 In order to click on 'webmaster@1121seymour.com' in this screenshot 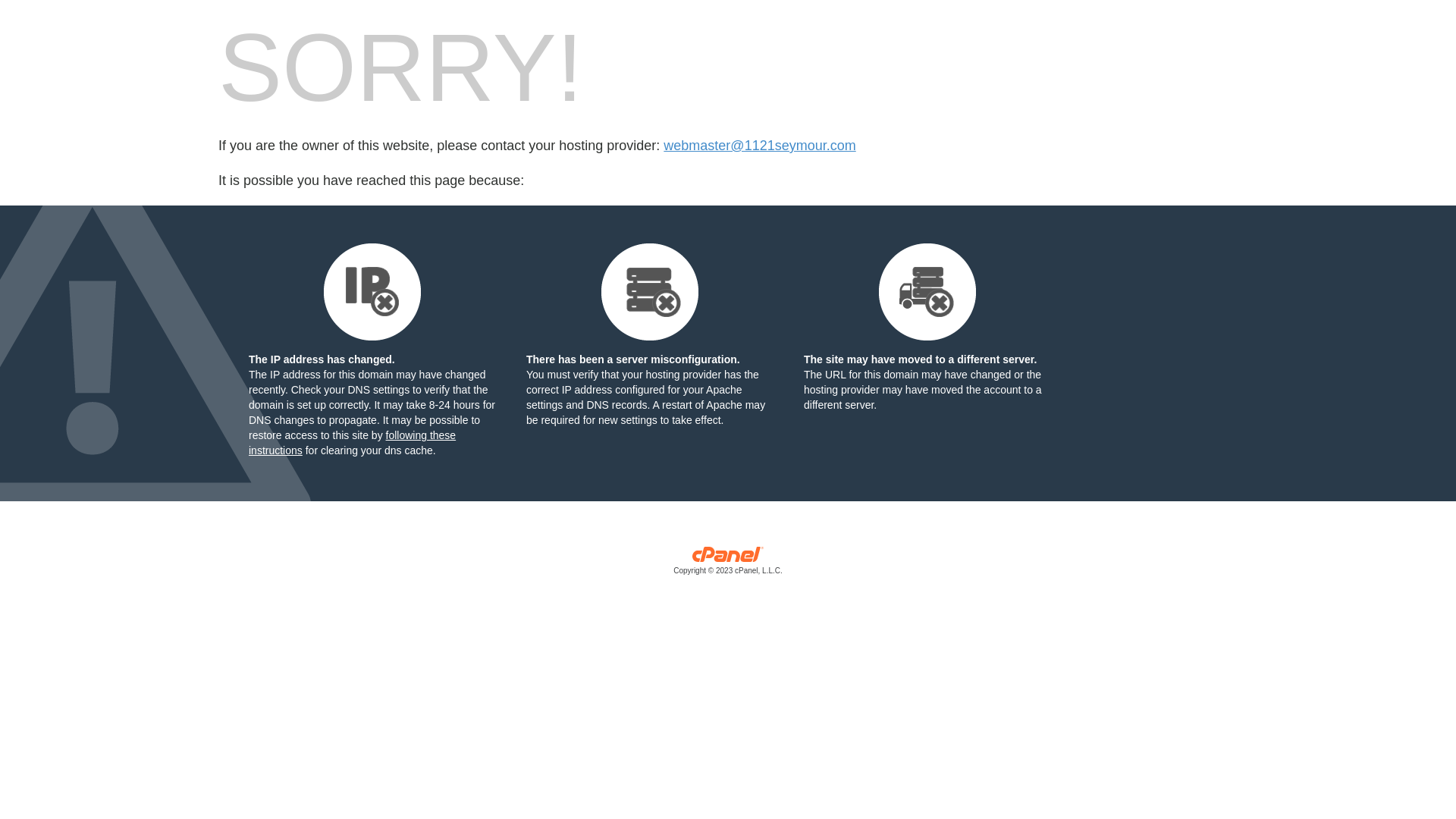, I will do `click(759, 146)`.